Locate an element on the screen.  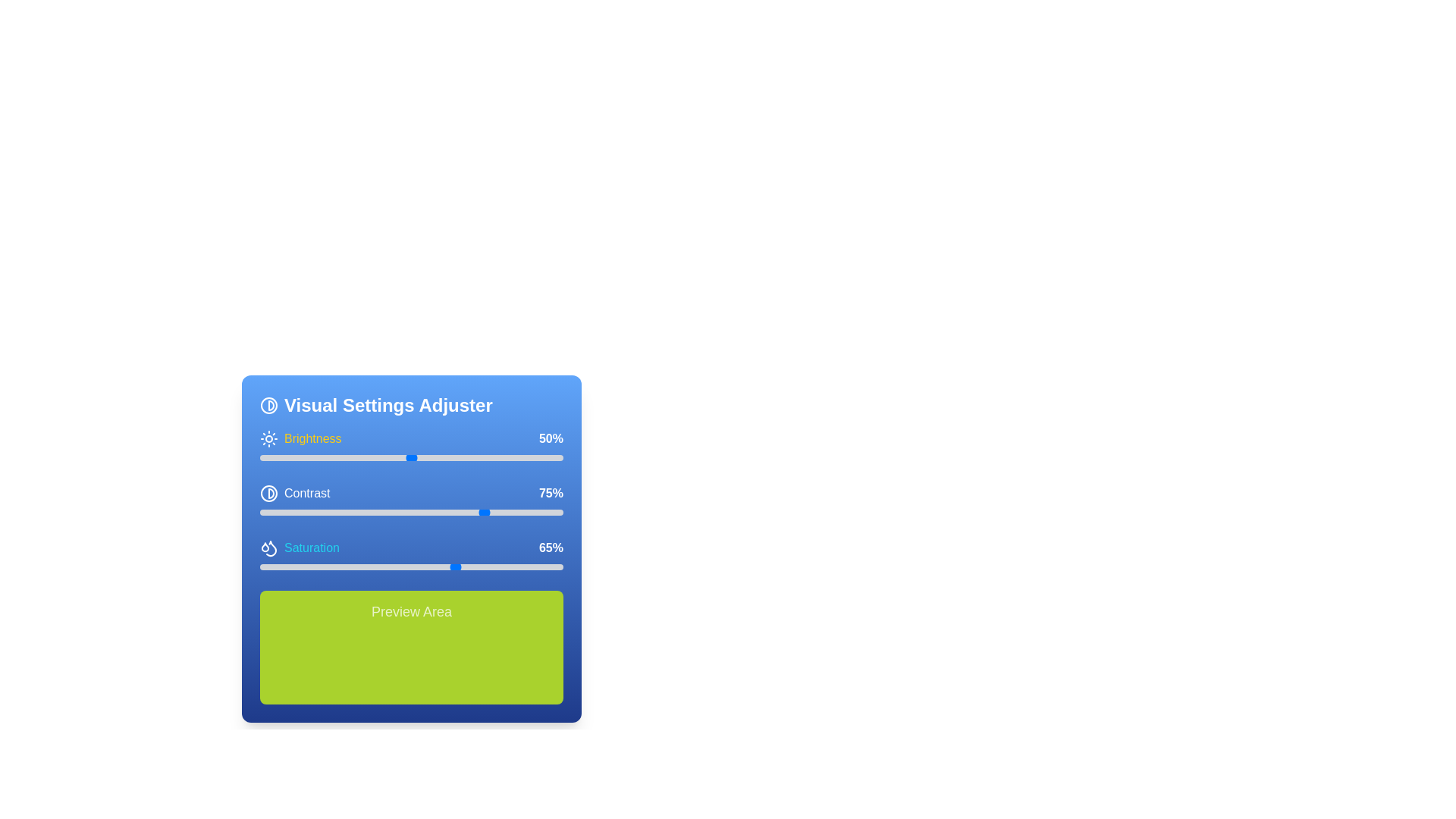
the contrast value is located at coordinates (447, 512).